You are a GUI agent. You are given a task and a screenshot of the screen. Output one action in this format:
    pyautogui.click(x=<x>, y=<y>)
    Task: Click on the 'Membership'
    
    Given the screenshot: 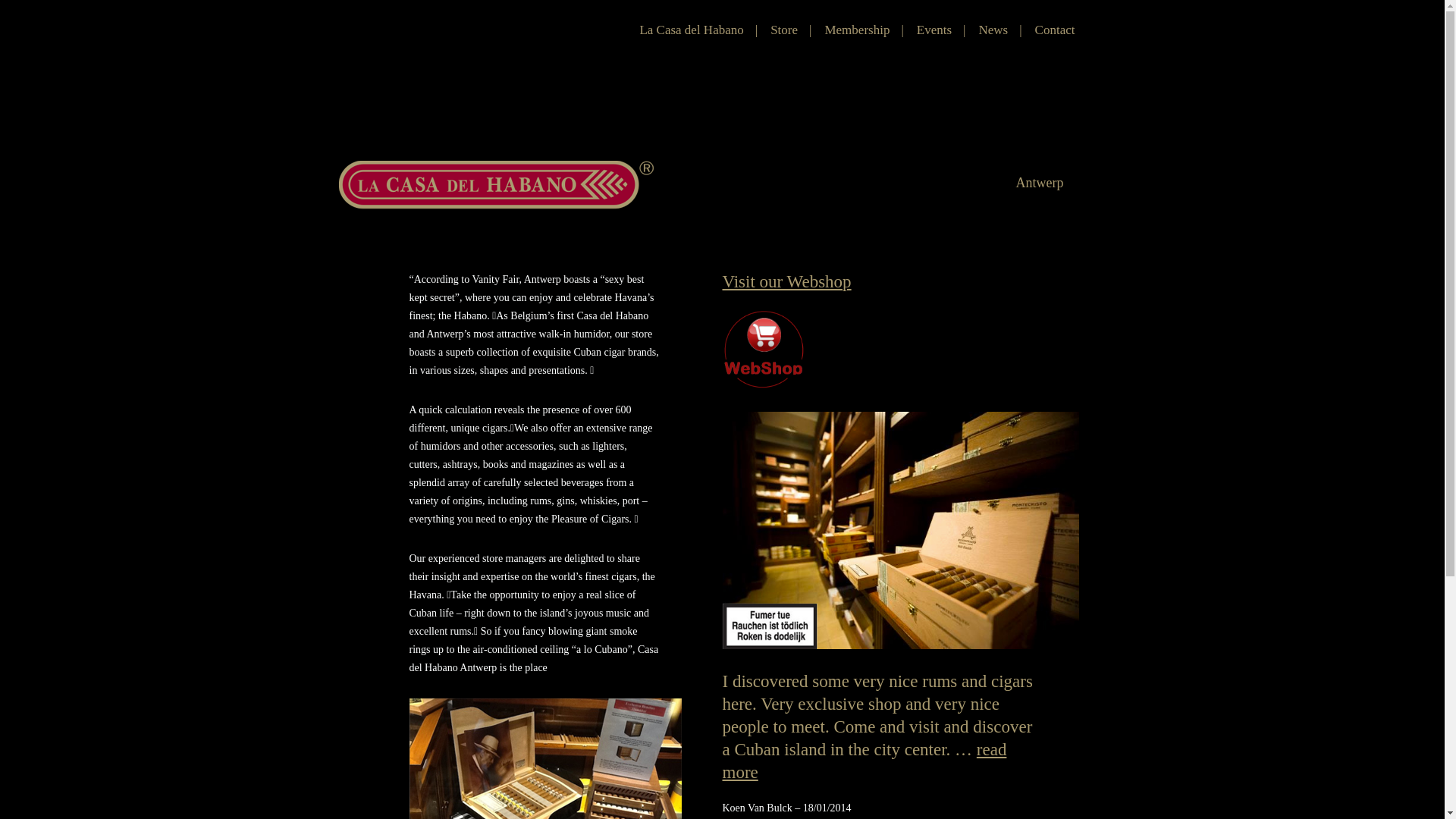 What is the action you would take?
    pyautogui.click(x=856, y=30)
    